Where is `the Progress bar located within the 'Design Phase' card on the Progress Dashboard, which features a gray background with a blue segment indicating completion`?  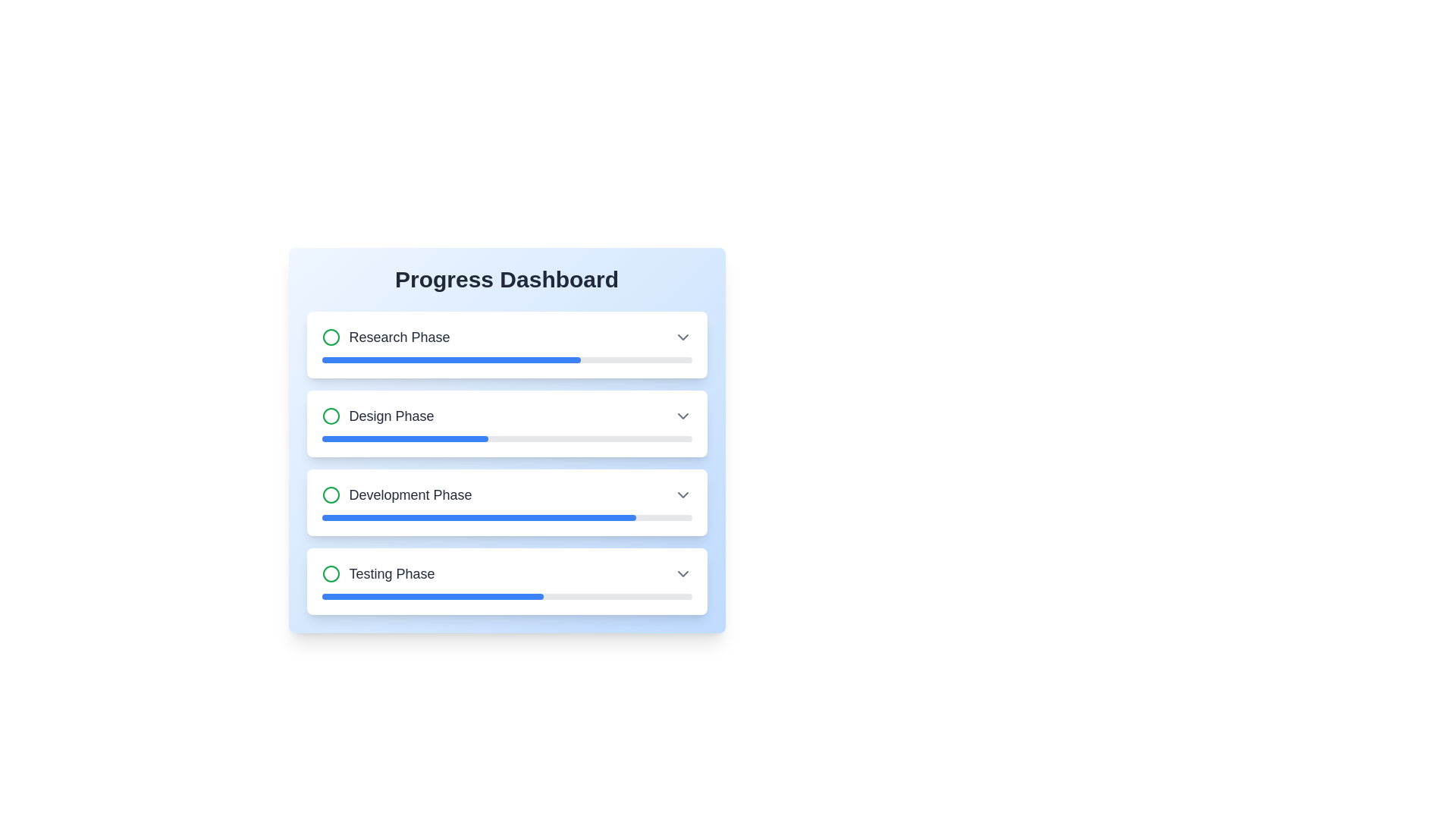
the Progress bar located within the 'Design Phase' card on the Progress Dashboard, which features a gray background with a blue segment indicating completion is located at coordinates (507, 438).